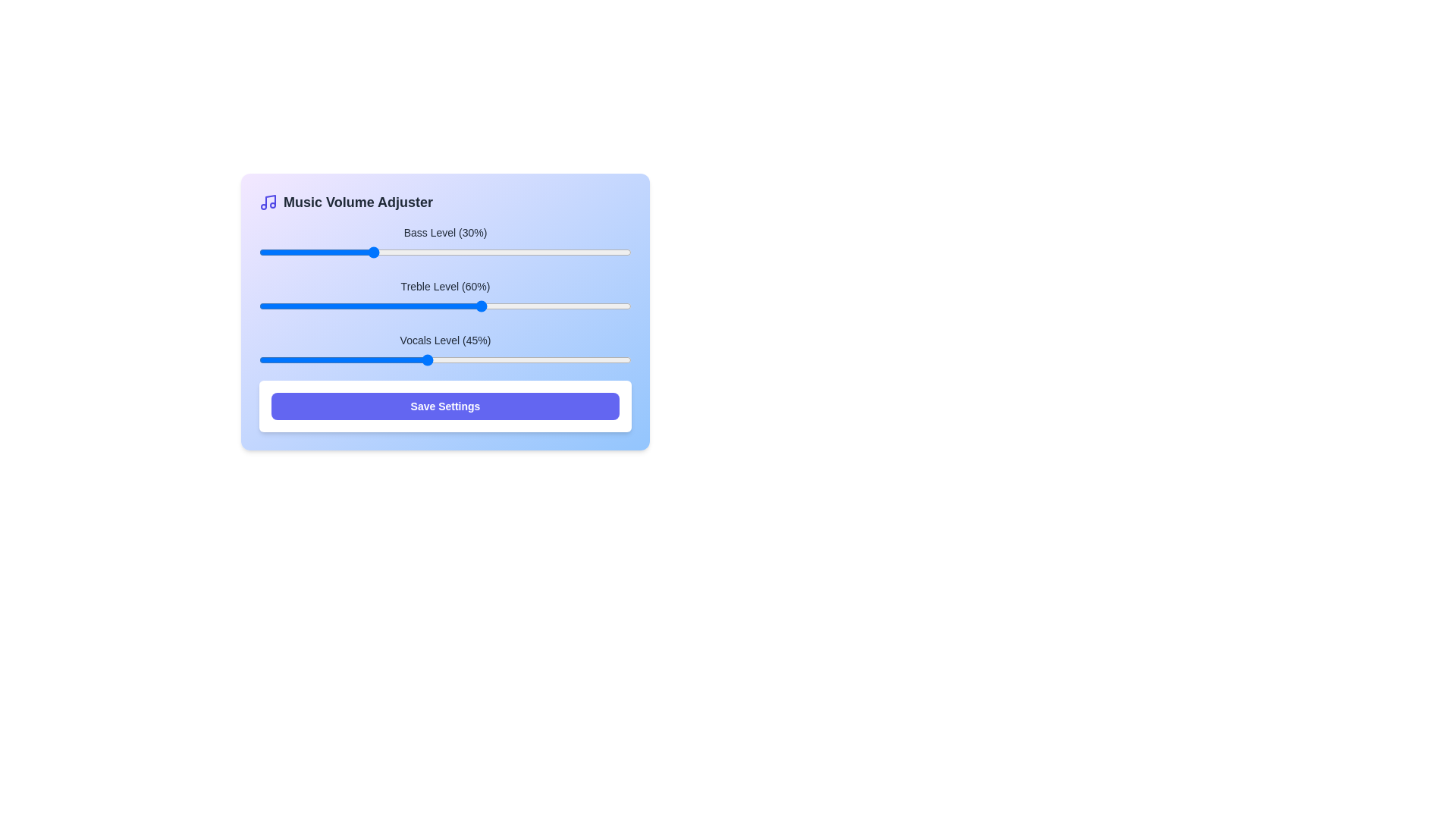 The image size is (1456, 819). Describe the element at coordinates (416, 251) in the screenshot. I see `the bass level` at that location.